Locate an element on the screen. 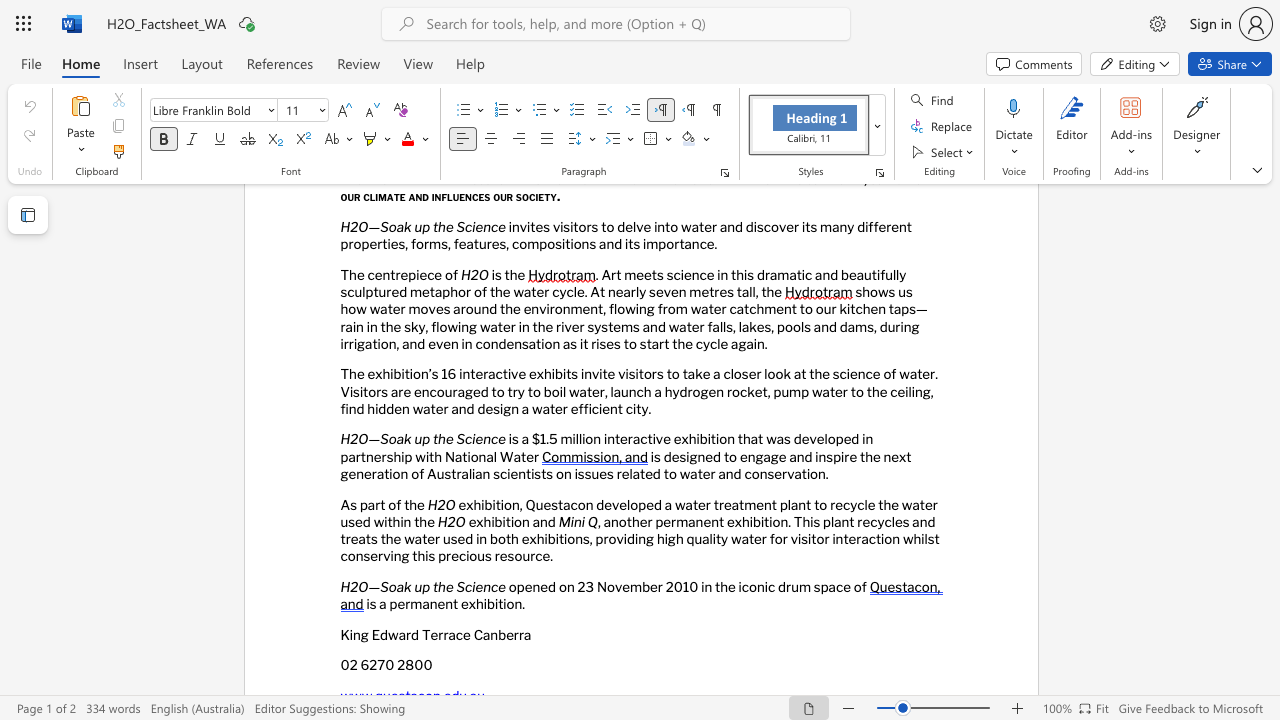  the subset text "cientists on issues related to water and conservati" within the text "is designed to engage and inspire the next generation of Australian scientists on issues related to water and conservation." is located at coordinates (499, 473).